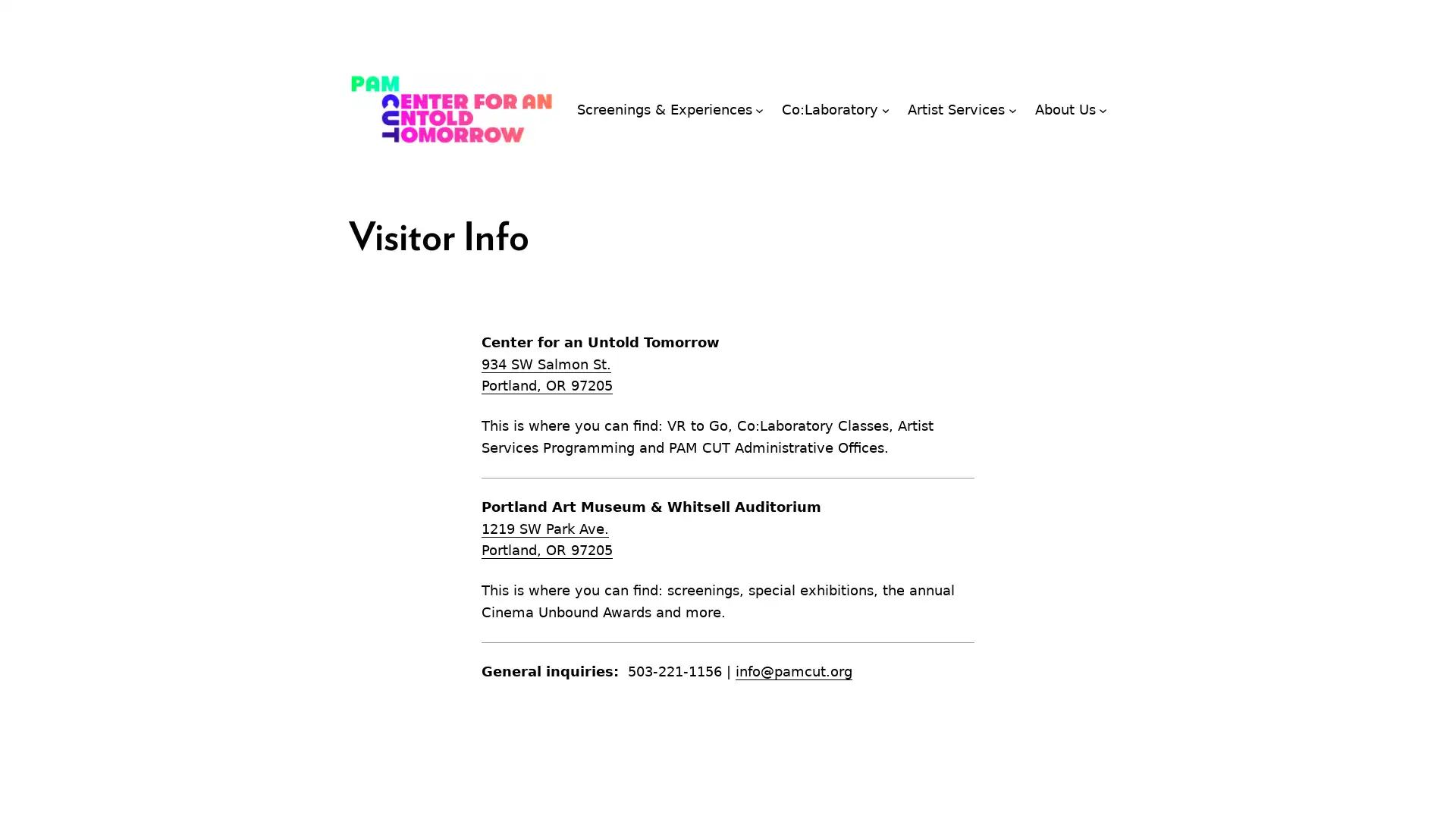 The width and height of the screenshot is (1456, 819). Describe the element at coordinates (1012, 108) in the screenshot. I see `Artist Services submenu` at that location.